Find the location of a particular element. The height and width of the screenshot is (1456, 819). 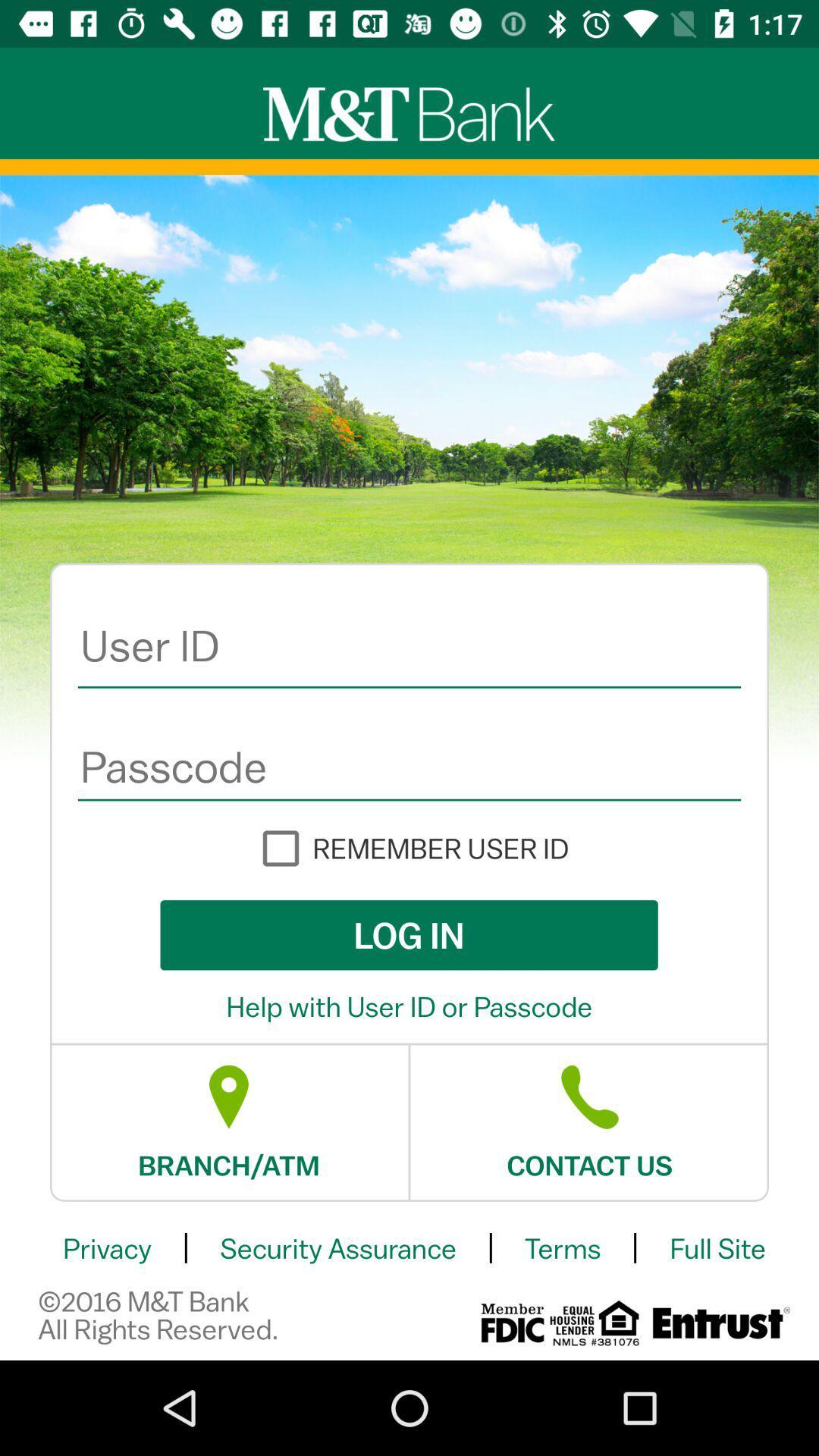

icon below the terms is located at coordinates (718, 1322).